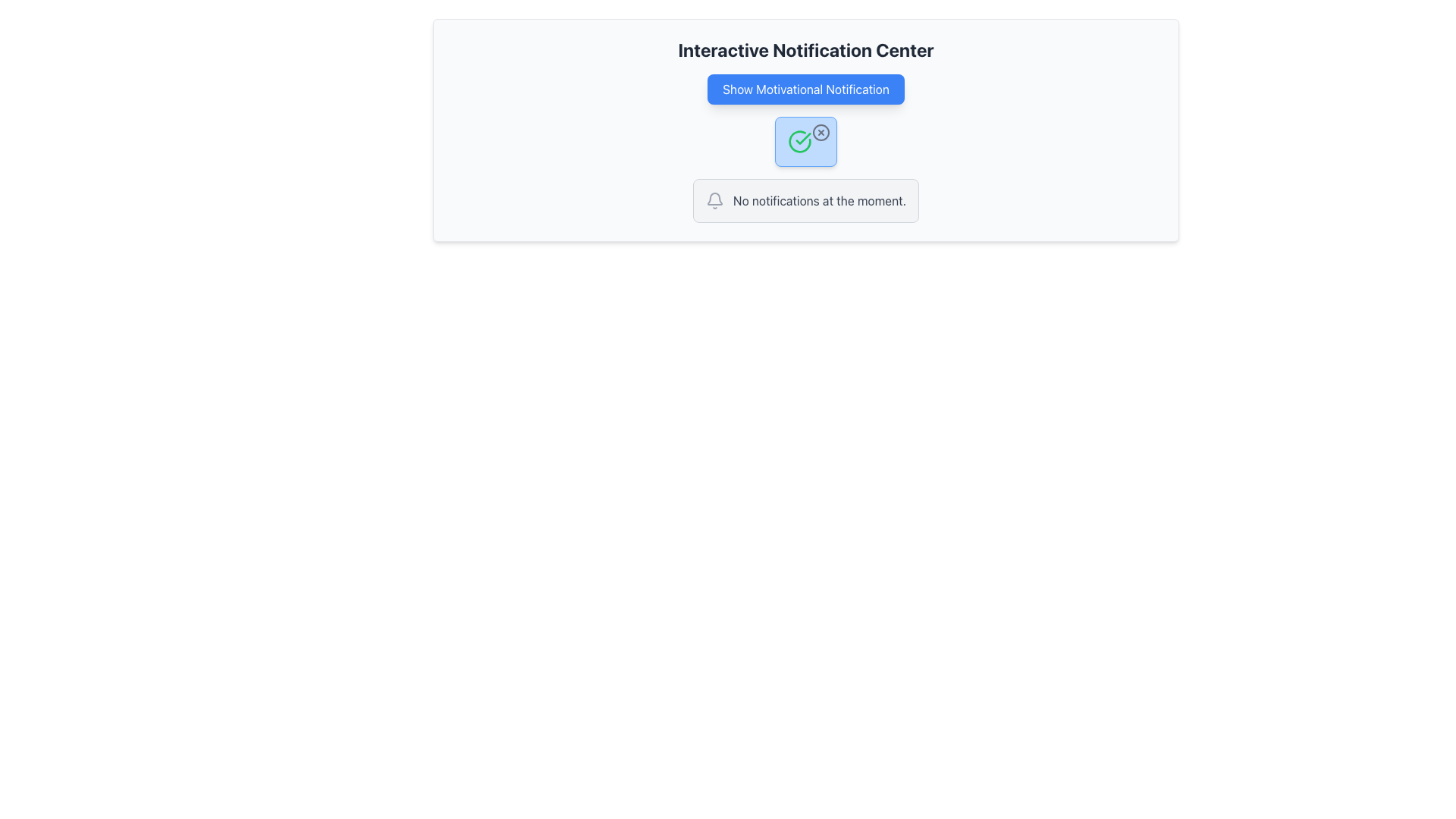 The width and height of the screenshot is (1456, 819). What do you see at coordinates (821, 131) in the screenshot?
I see `the circular outline with a cross mark inside, which resembles a cancel or close icon, located in the center-middle of the interface` at bounding box center [821, 131].